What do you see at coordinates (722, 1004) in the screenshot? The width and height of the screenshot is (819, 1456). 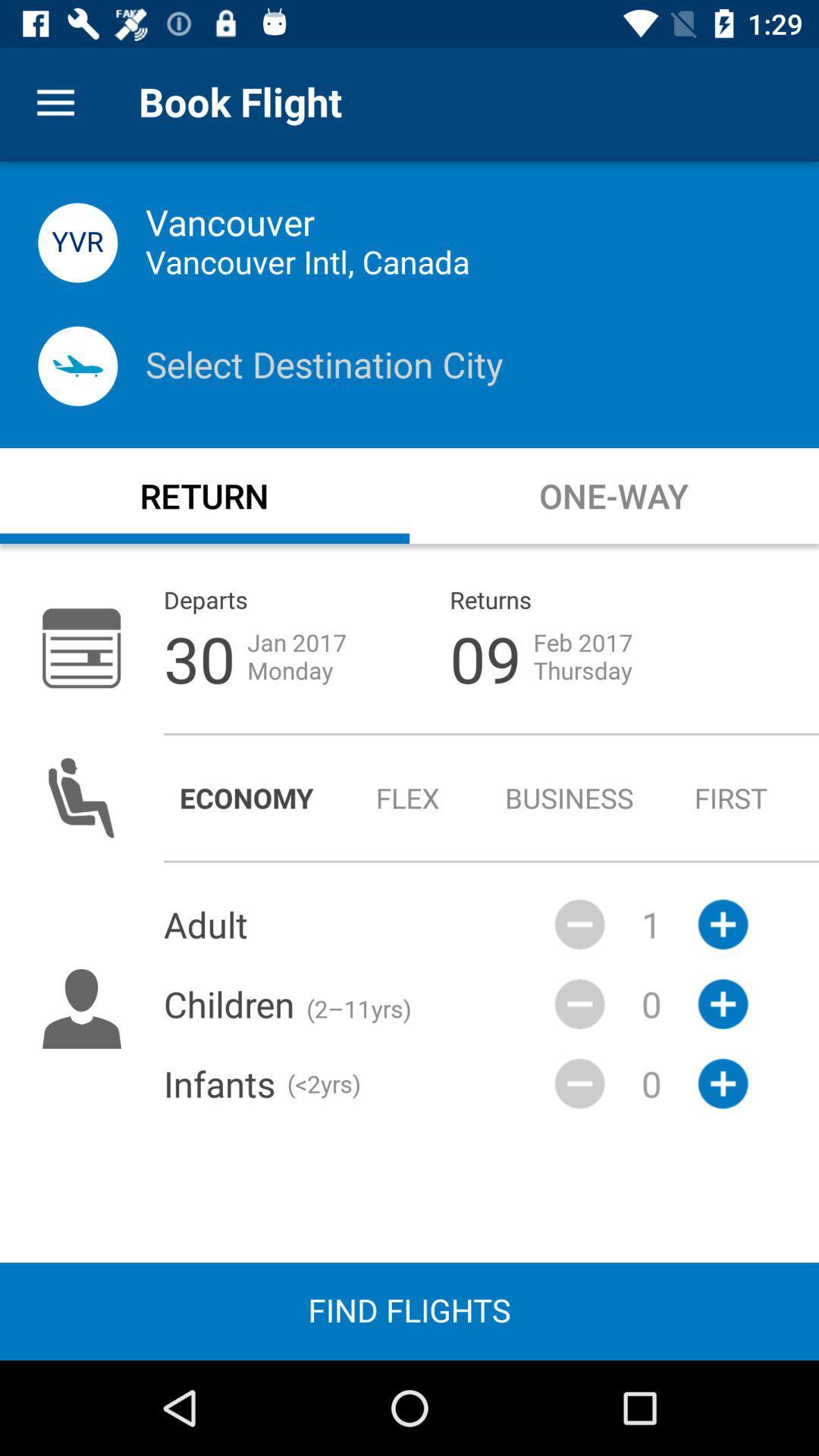 I see `the add icon` at bounding box center [722, 1004].